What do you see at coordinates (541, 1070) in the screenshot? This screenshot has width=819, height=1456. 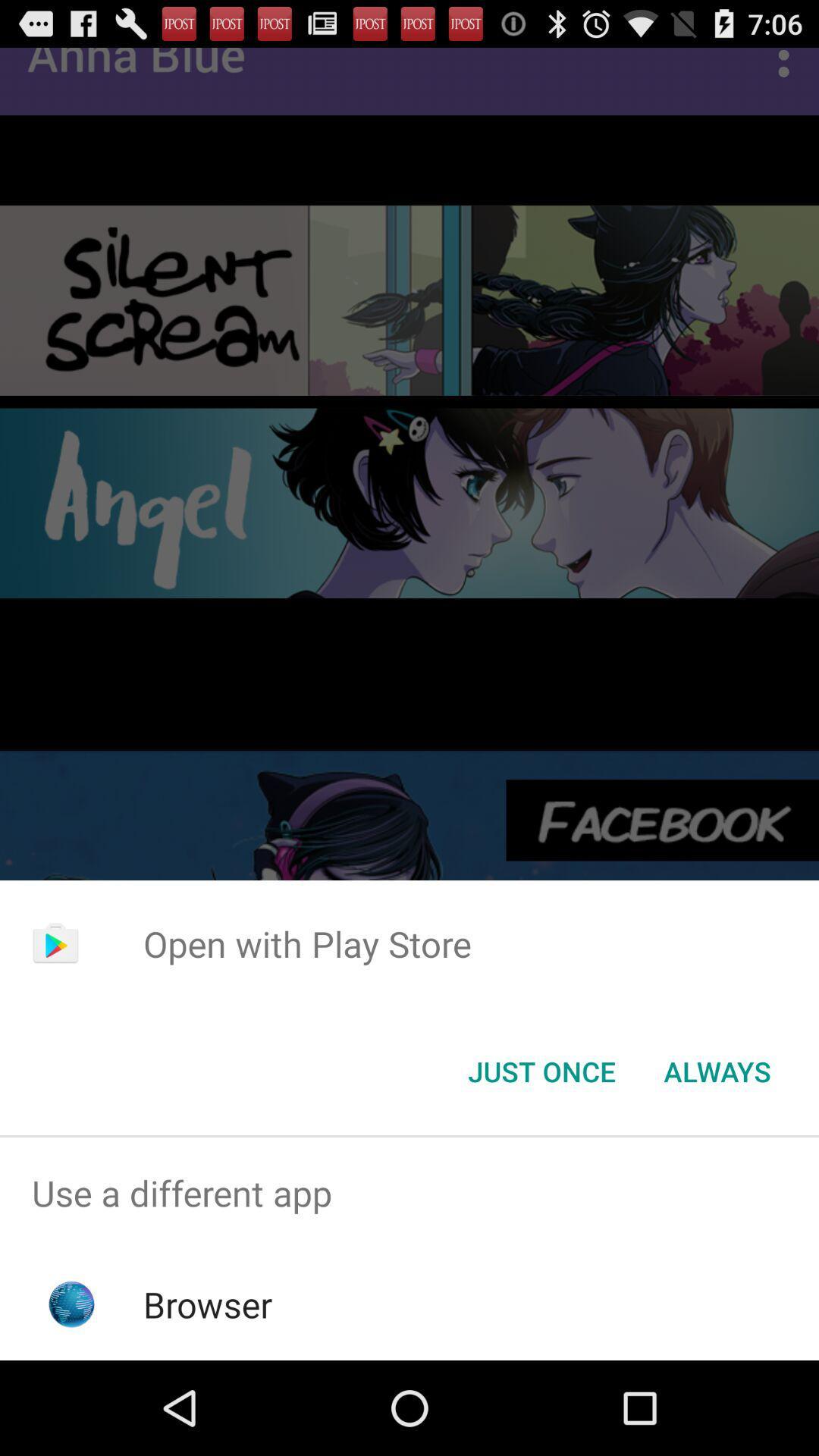 I see `the just once button` at bounding box center [541, 1070].